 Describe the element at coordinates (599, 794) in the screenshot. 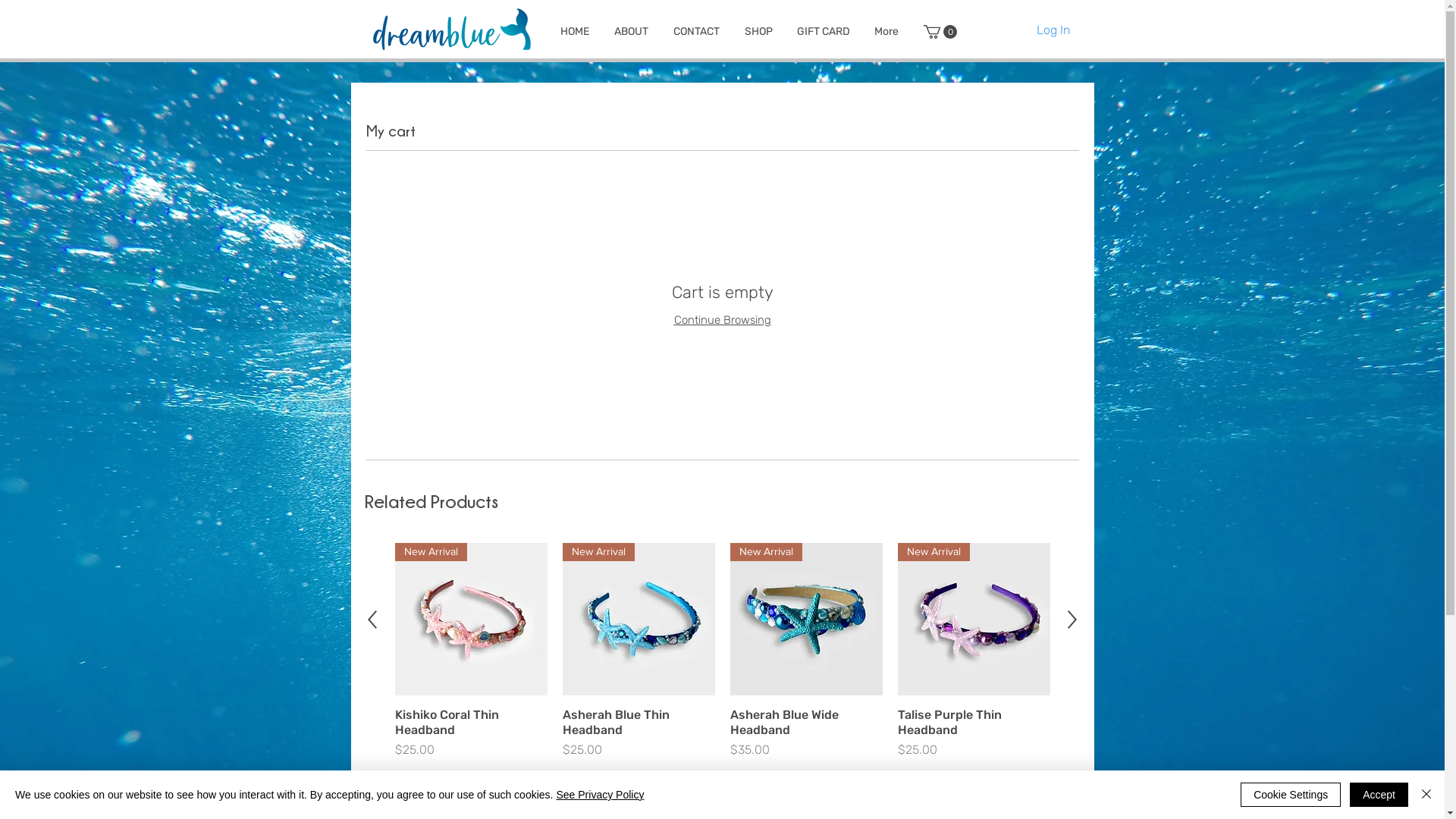

I see `'See Privacy Policy'` at that location.